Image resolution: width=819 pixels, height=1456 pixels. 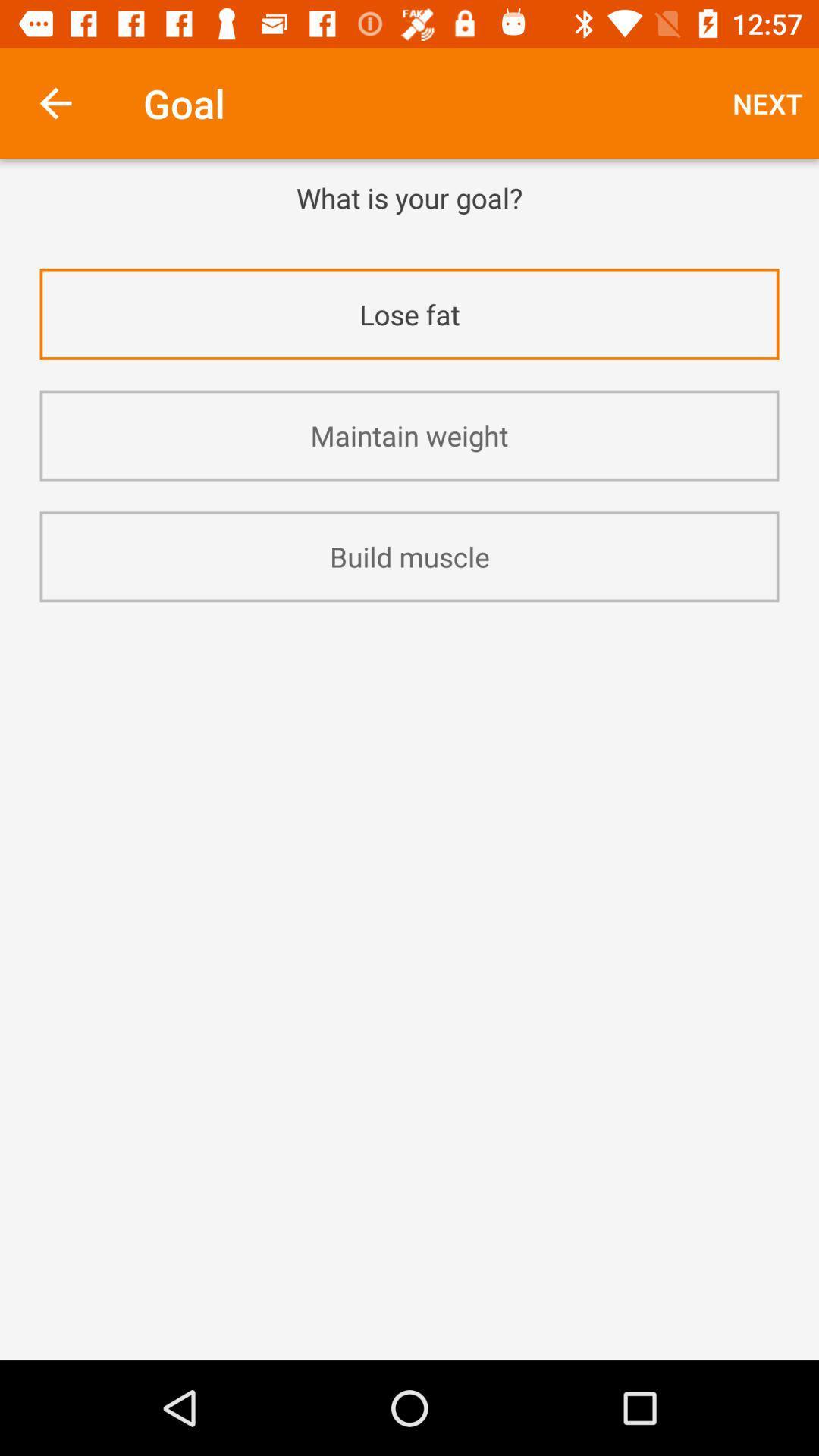 I want to click on the what is your, so click(x=409, y=196).